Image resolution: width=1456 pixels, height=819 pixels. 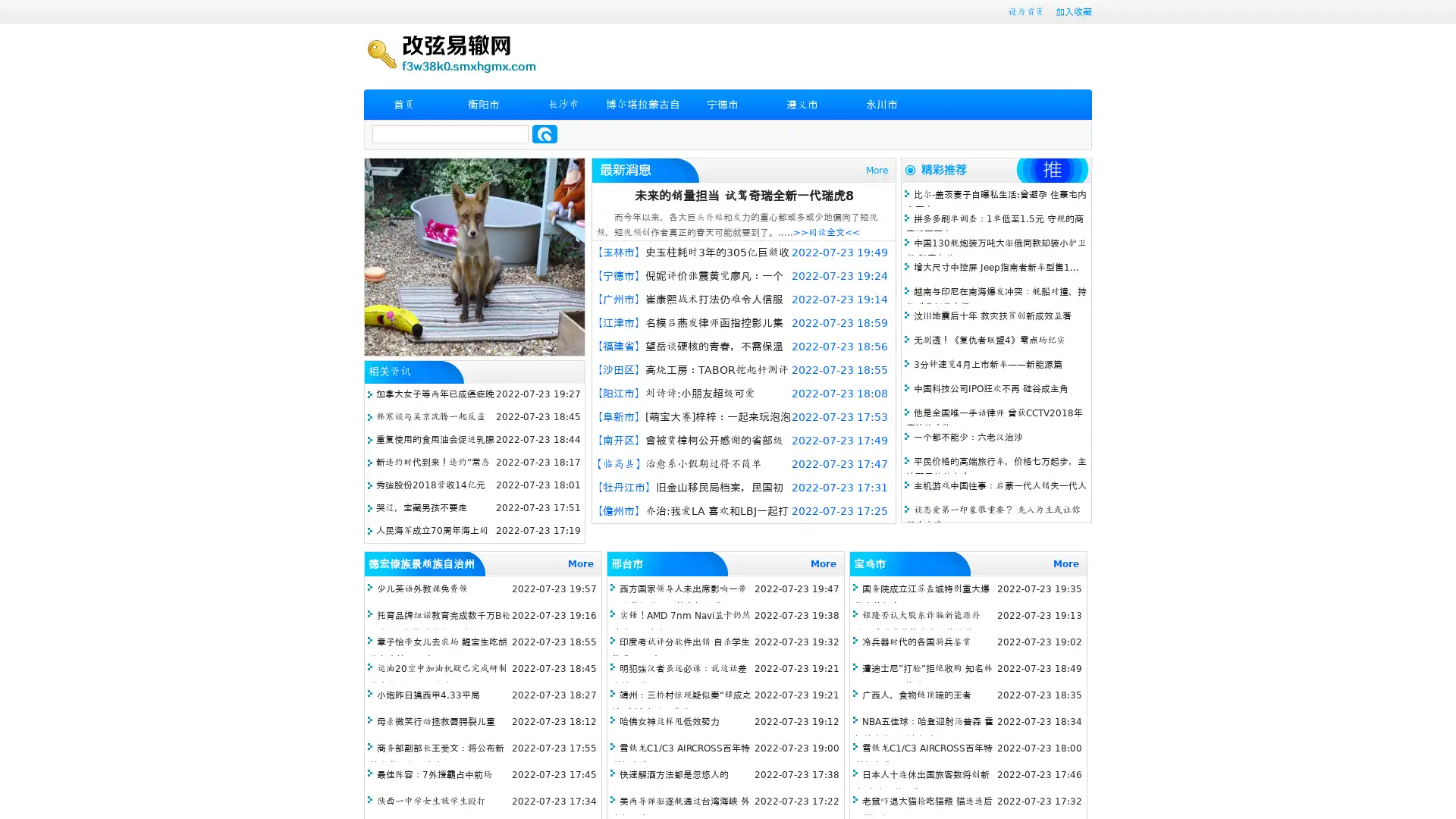 I want to click on Search, so click(x=544, y=133).